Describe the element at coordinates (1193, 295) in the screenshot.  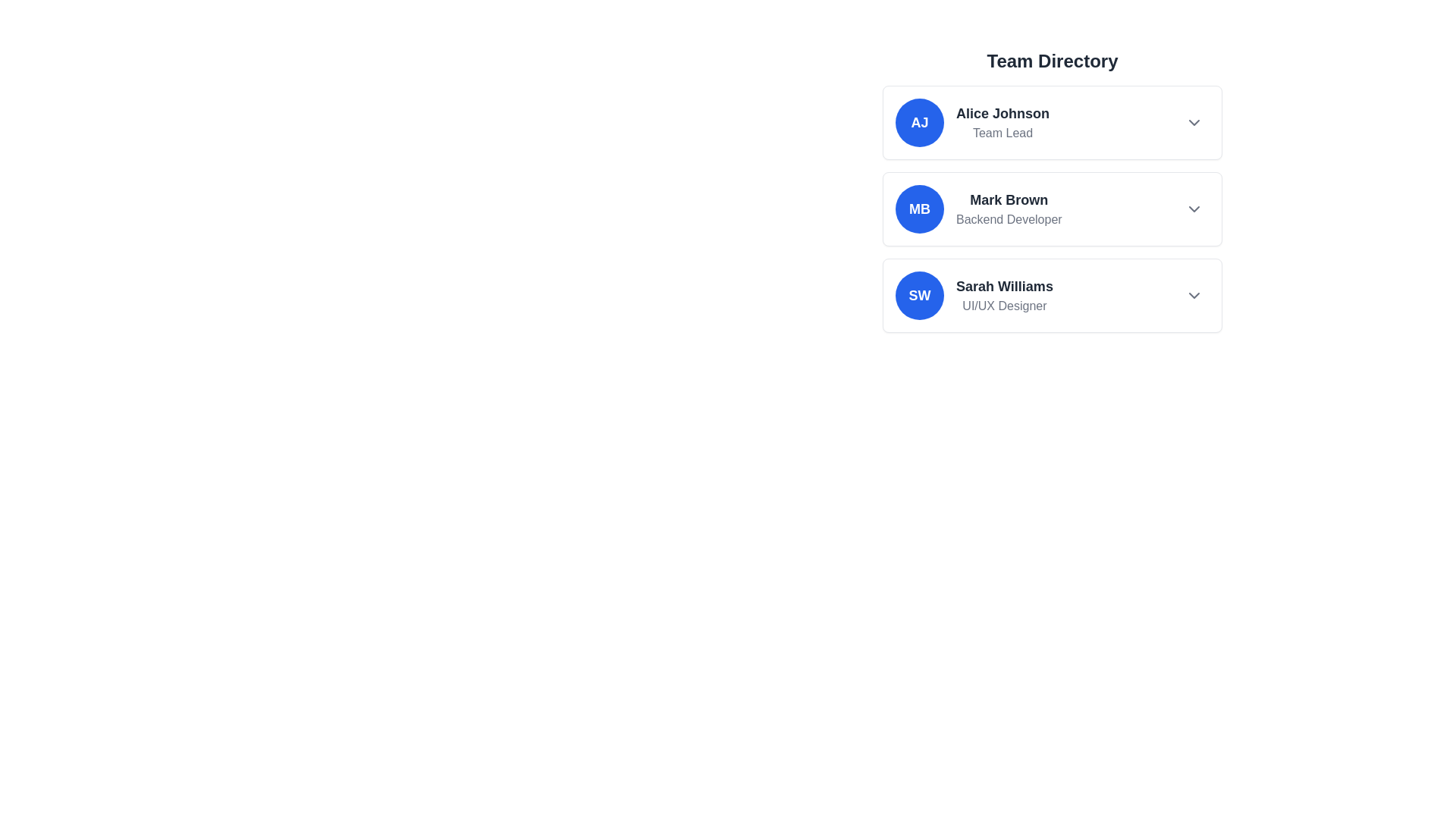
I see `the Chevron icon on the right-hand side of the 'Sarah Williams - UI/UX Designer' entry in the Team Directory` at that location.